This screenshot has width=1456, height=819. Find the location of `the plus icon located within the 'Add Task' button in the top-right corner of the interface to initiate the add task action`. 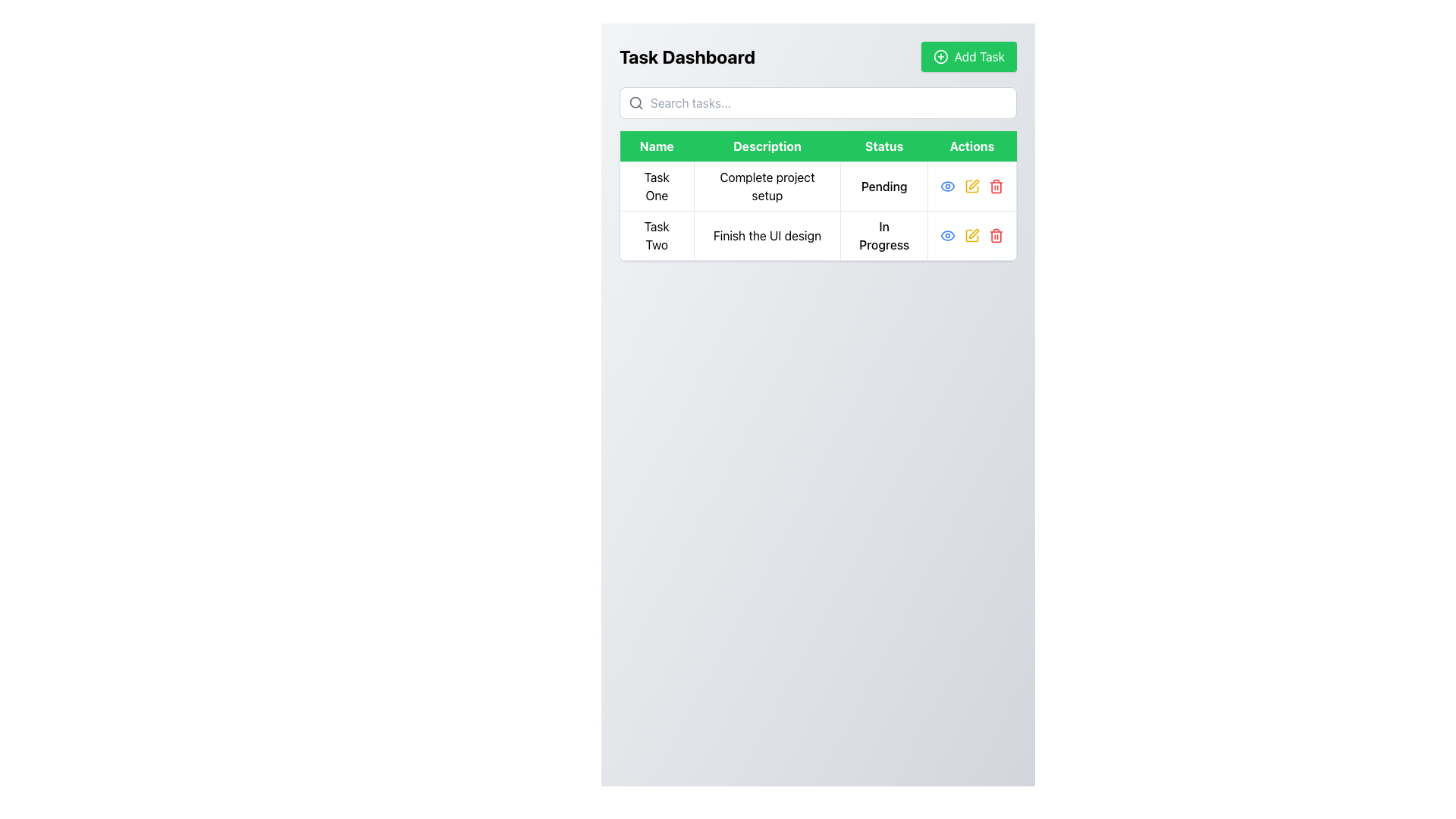

the plus icon located within the 'Add Task' button in the top-right corner of the interface to initiate the add task action is located at coordinates (939, 55).